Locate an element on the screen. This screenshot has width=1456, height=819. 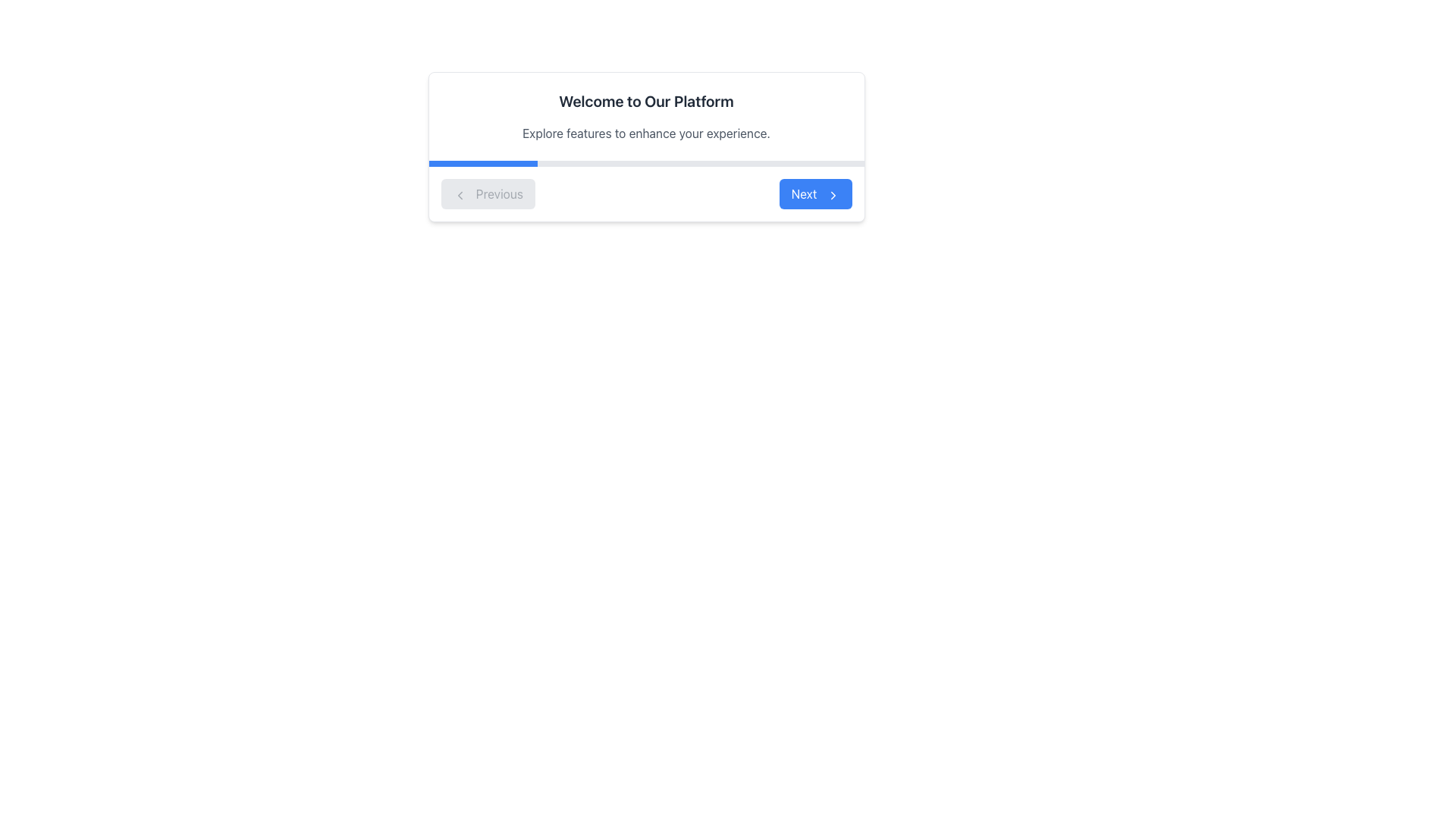
the progress bar beneath the title 'Welcome to Our Platform' and above the buttons 'Previous' and 'Next' is located at coordinates (646, 164).